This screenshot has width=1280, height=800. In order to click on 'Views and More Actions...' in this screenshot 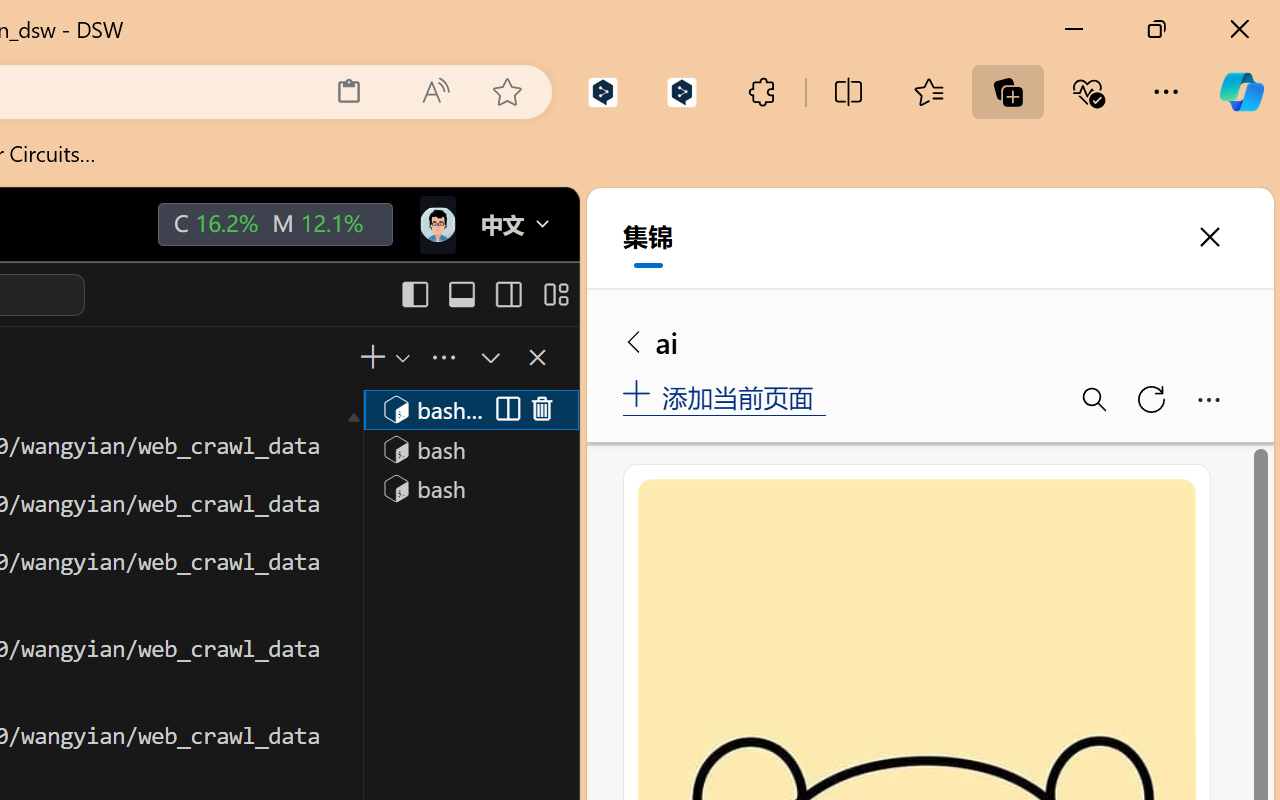, I will do `click(441, 357)`.